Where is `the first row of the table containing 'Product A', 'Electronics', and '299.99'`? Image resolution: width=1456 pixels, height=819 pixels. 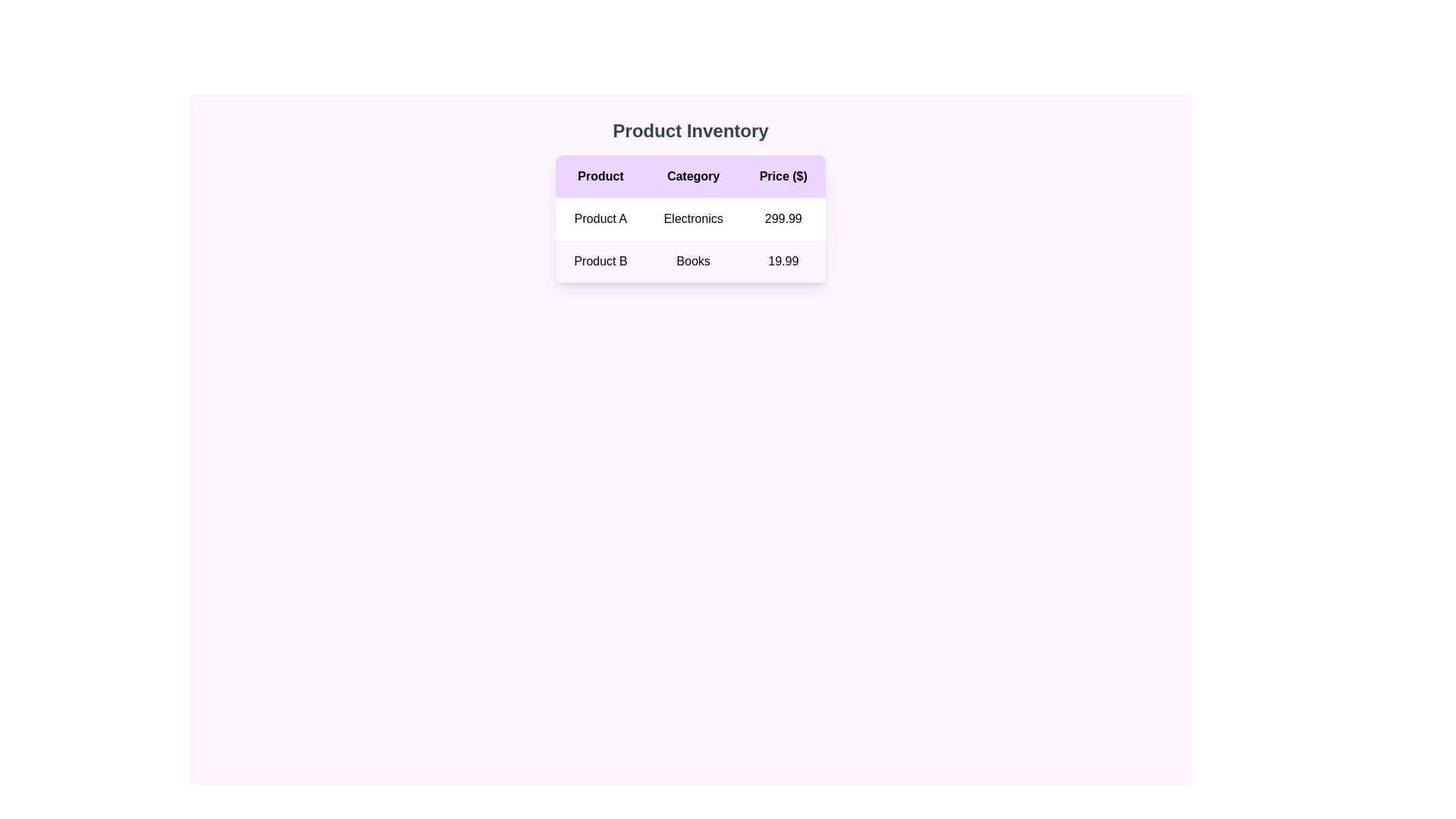
the first row of the table containing 'Product A', 'Electronics', and '299.99' is located at coordinates (690, 219).